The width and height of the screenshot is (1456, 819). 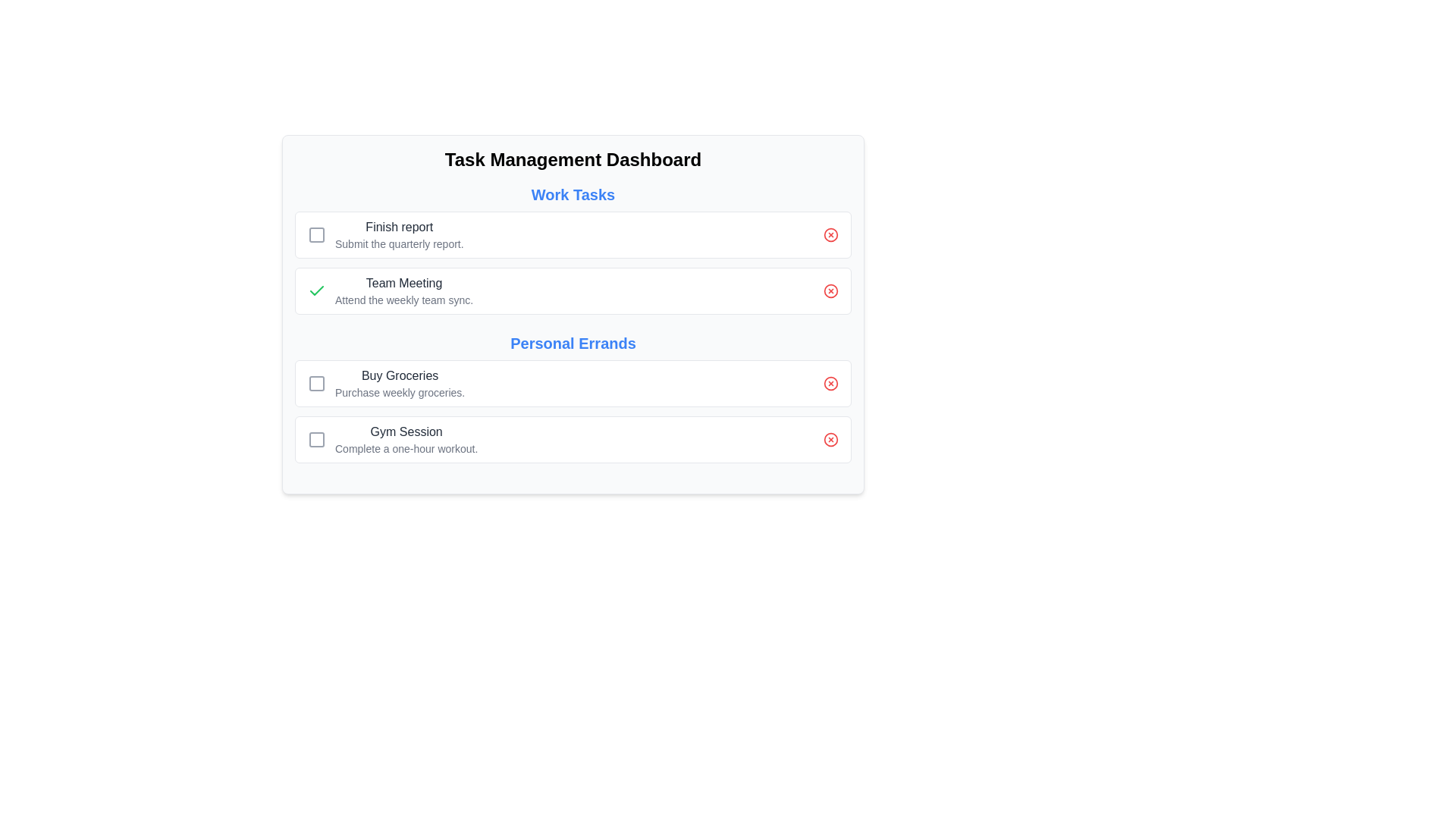 I want to click on the delete icon button for the last task entry in the 'Personal Errands' section, so click(x=830, y=439).